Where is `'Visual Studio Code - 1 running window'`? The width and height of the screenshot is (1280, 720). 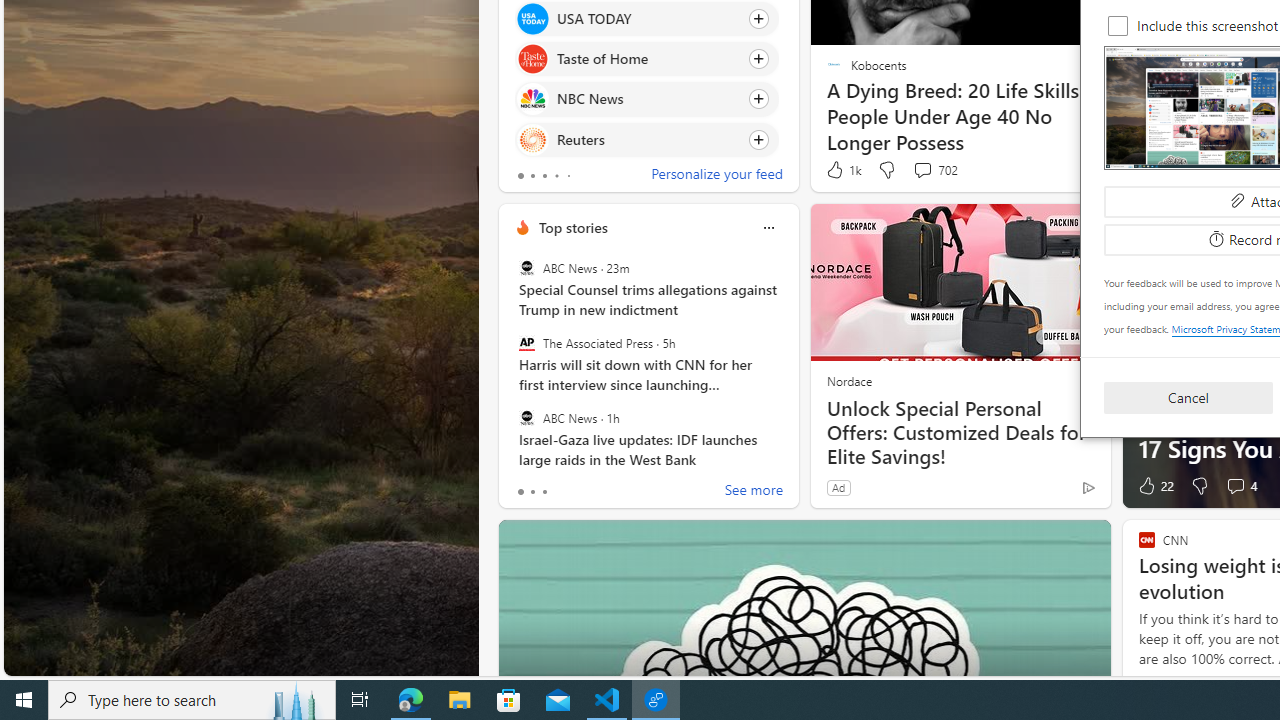
'Visual Studio Code - 1 running window' is located at coordinates (606, 698).